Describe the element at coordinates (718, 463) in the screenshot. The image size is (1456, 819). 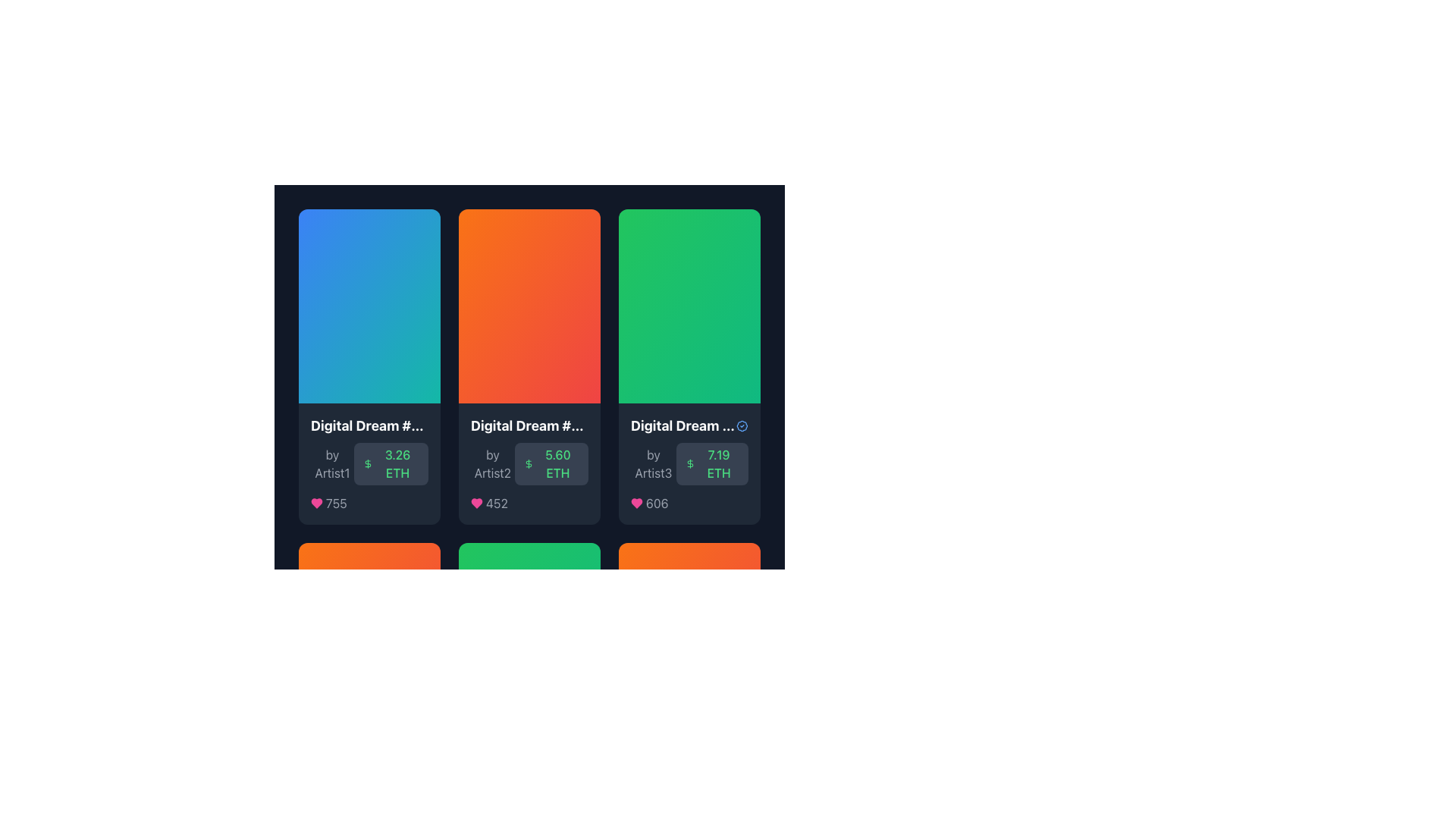
I see `the text label displaying '7.19 ETH' in a green font, which is part of the pricing information in the third card of the row` at that location.